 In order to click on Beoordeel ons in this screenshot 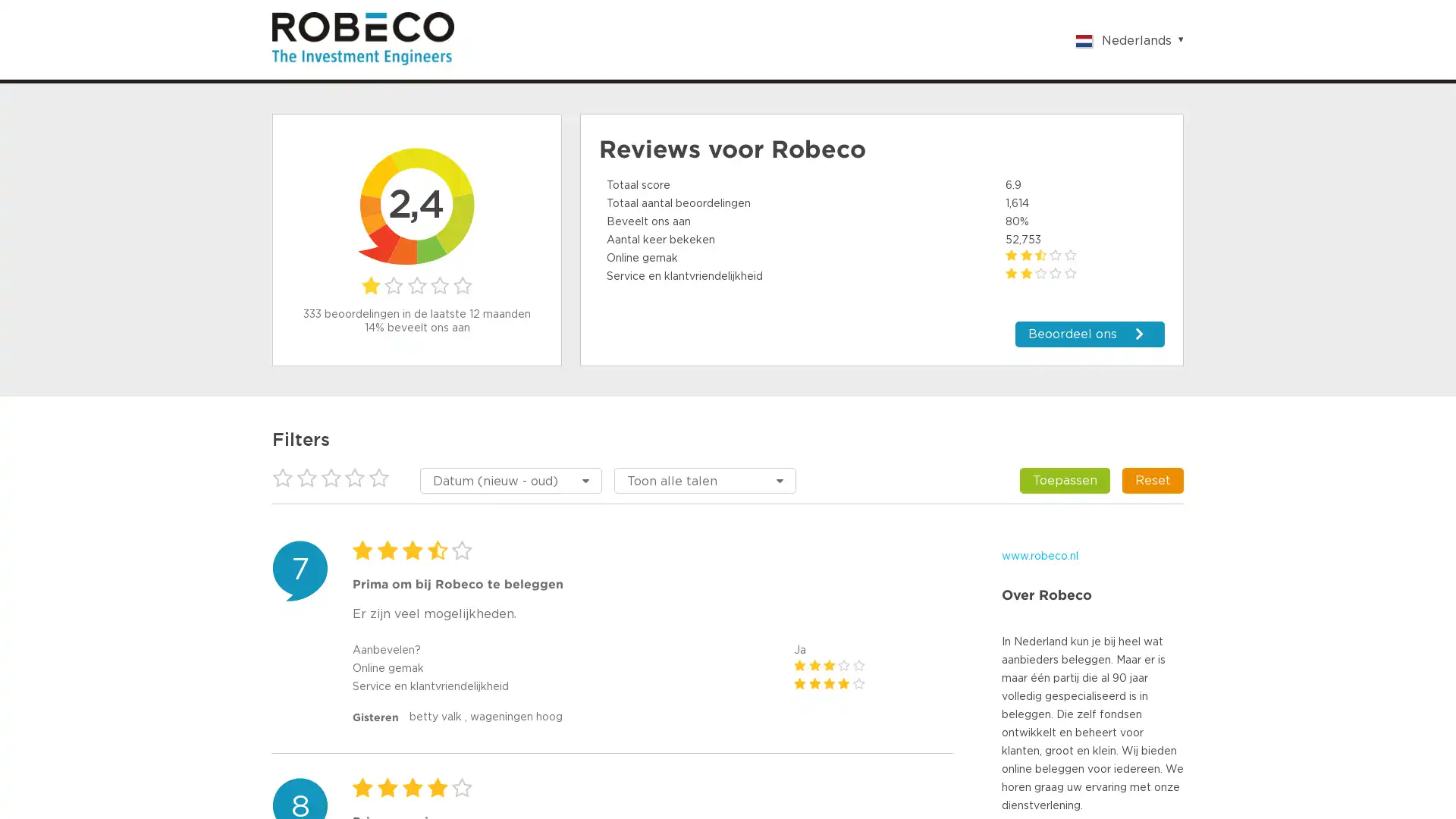, I will do `click(1088, 333)`.